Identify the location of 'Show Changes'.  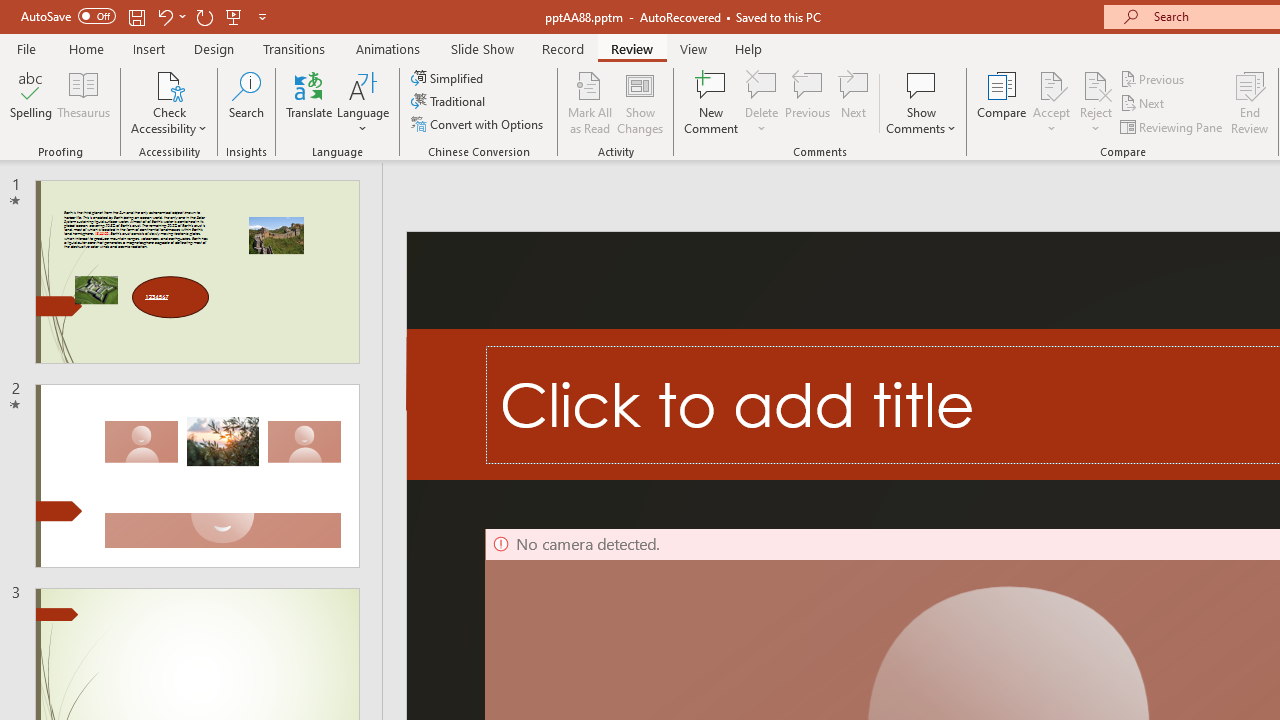
(640, 103).